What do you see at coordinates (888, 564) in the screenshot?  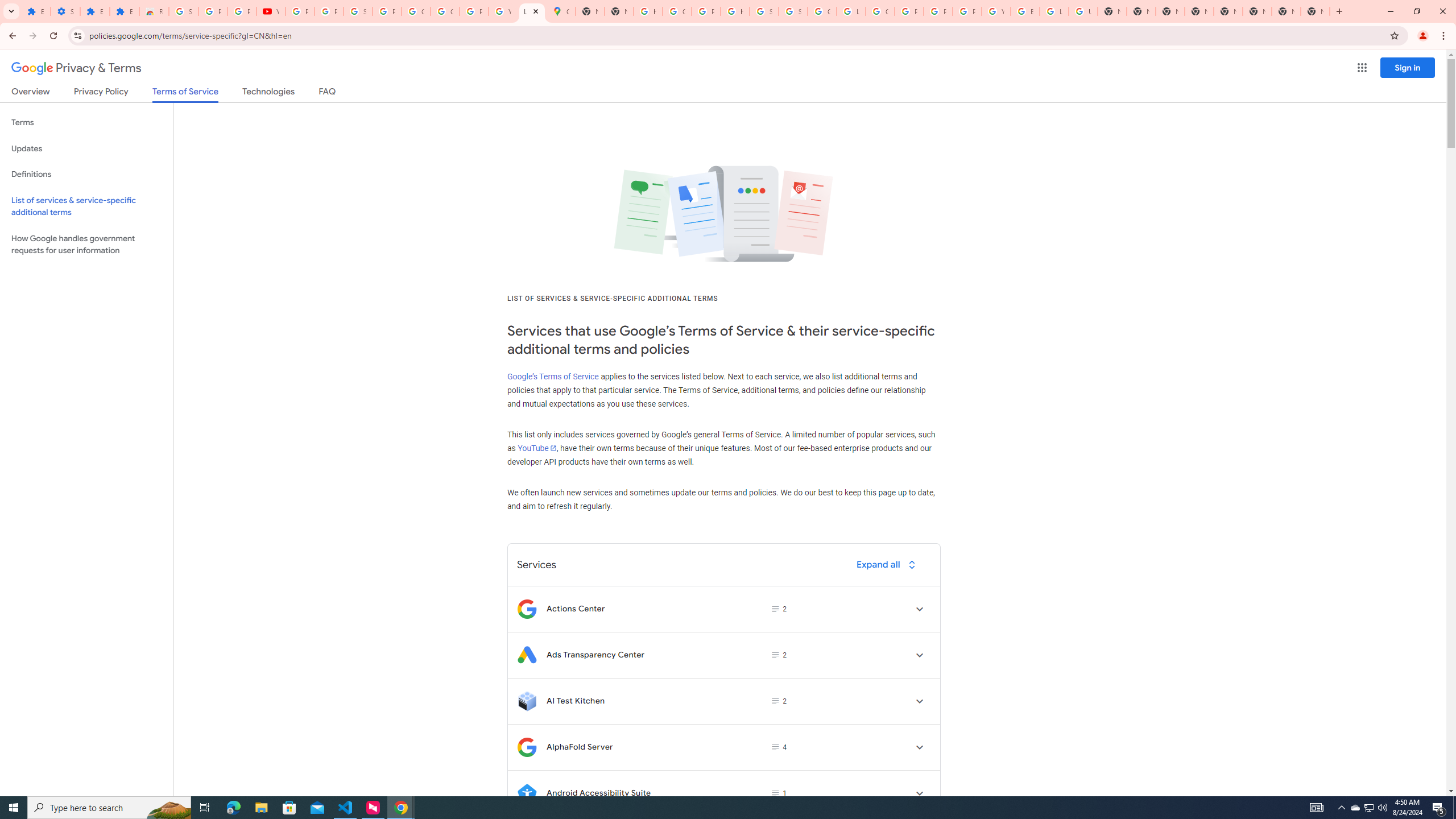 I see `'Expand all'` at bounding box center [888, 564].